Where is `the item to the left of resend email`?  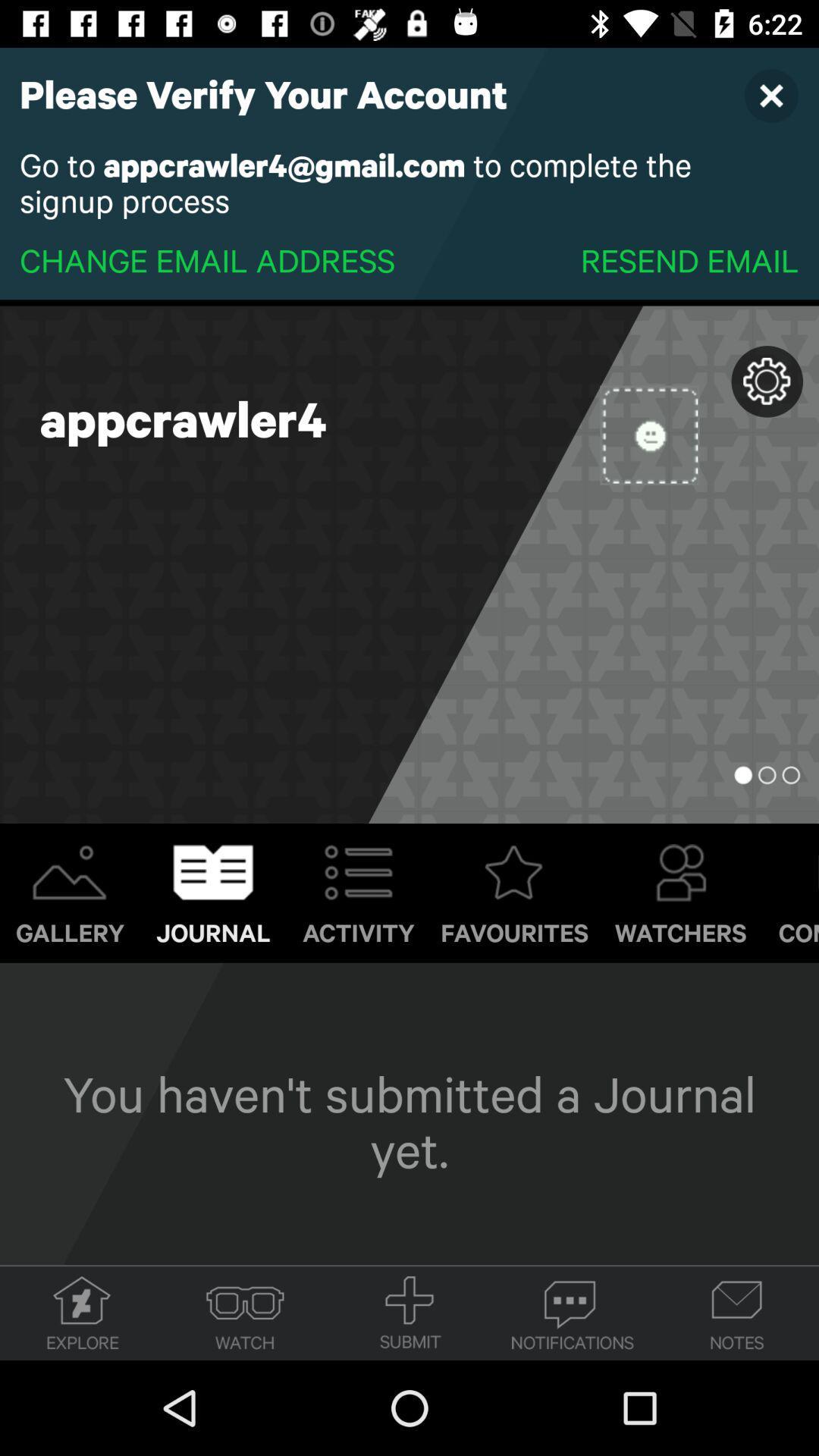 the item to the left of resend email is located at coordinates (207, 259).